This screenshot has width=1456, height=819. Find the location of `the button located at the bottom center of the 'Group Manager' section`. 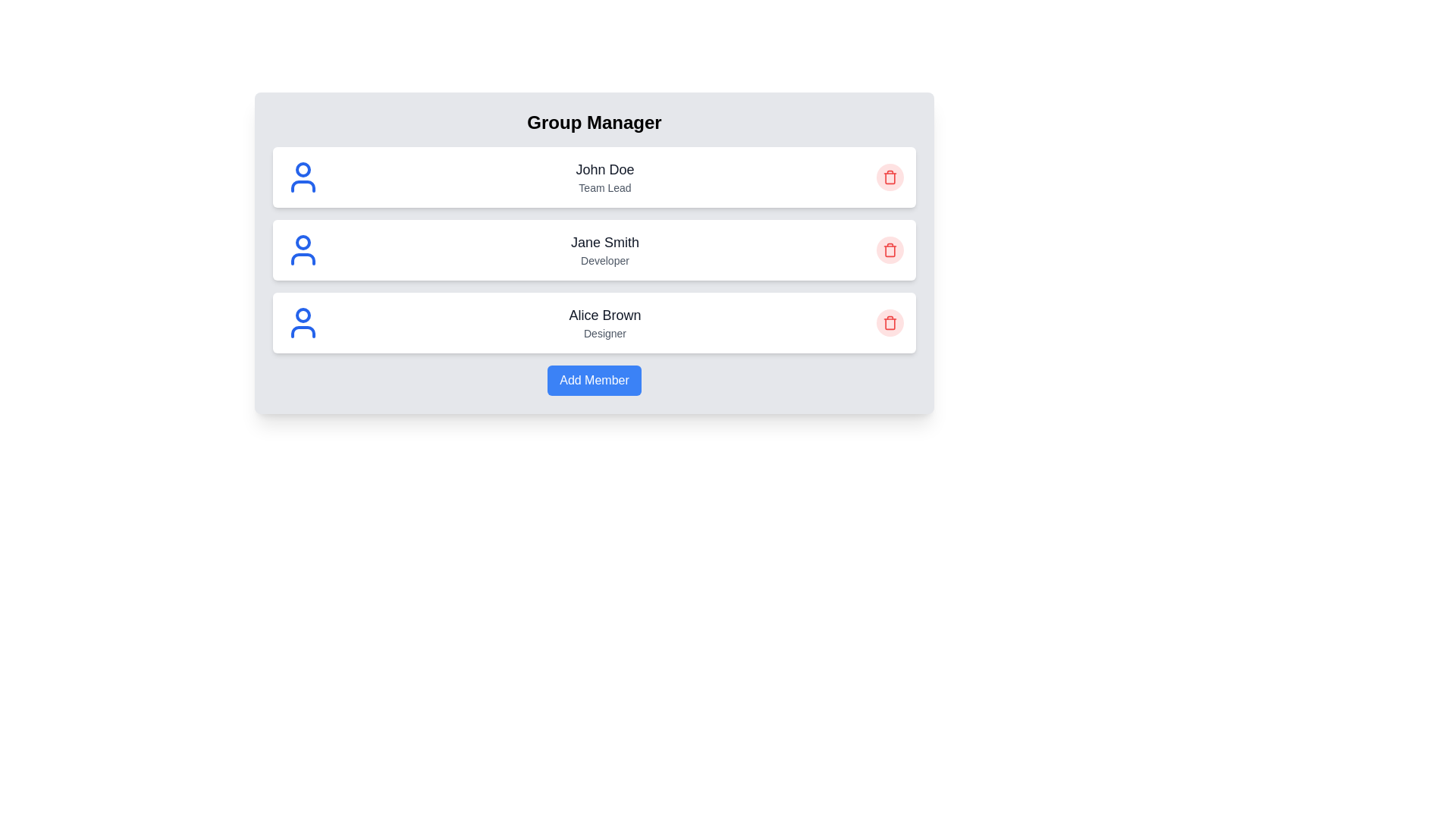

the button located at the bottom center of the 'Group Manager' section is located at coordinates (593, 379).